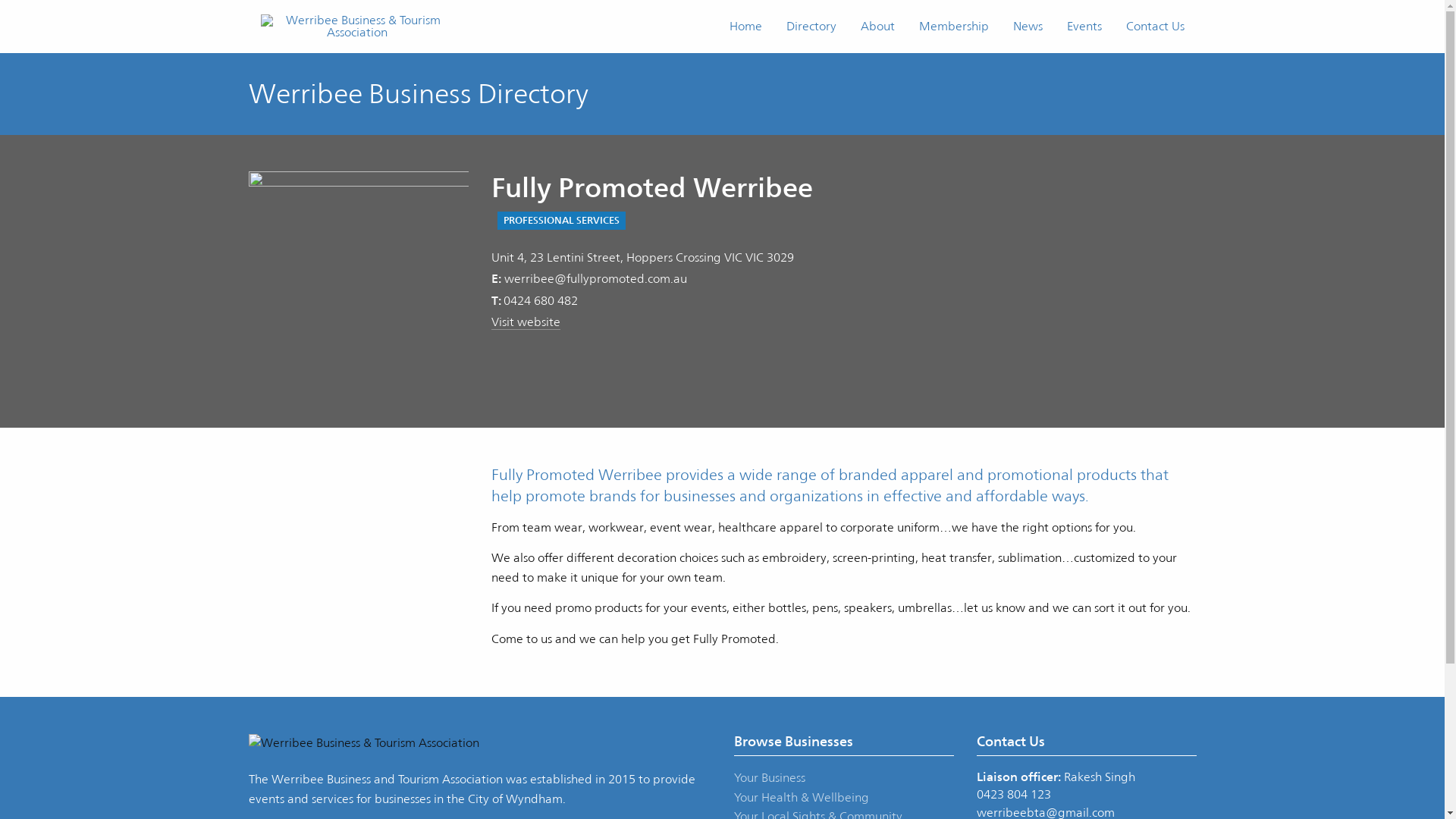  I want to click on 'News', so click(1028, 26).